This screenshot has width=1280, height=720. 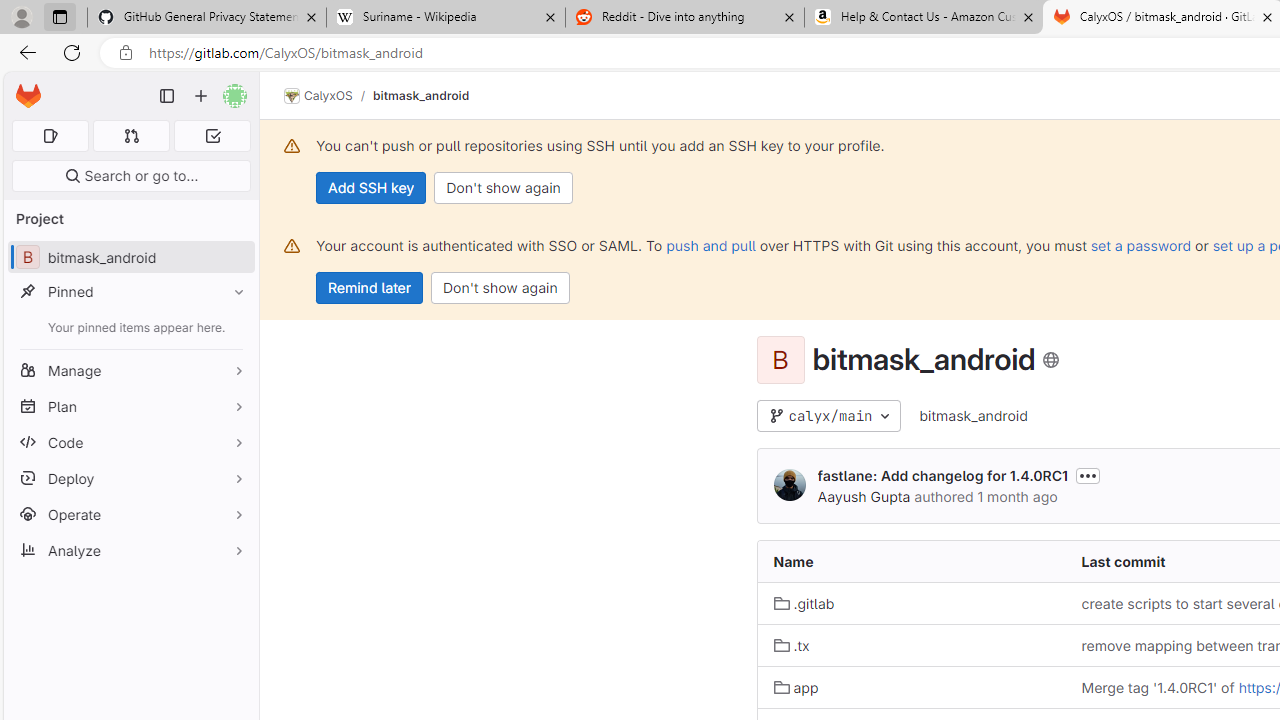 What do you see at coordinates (130, 441) in the screenshot?
I see `'Code'` at bounding box center [130, 441].